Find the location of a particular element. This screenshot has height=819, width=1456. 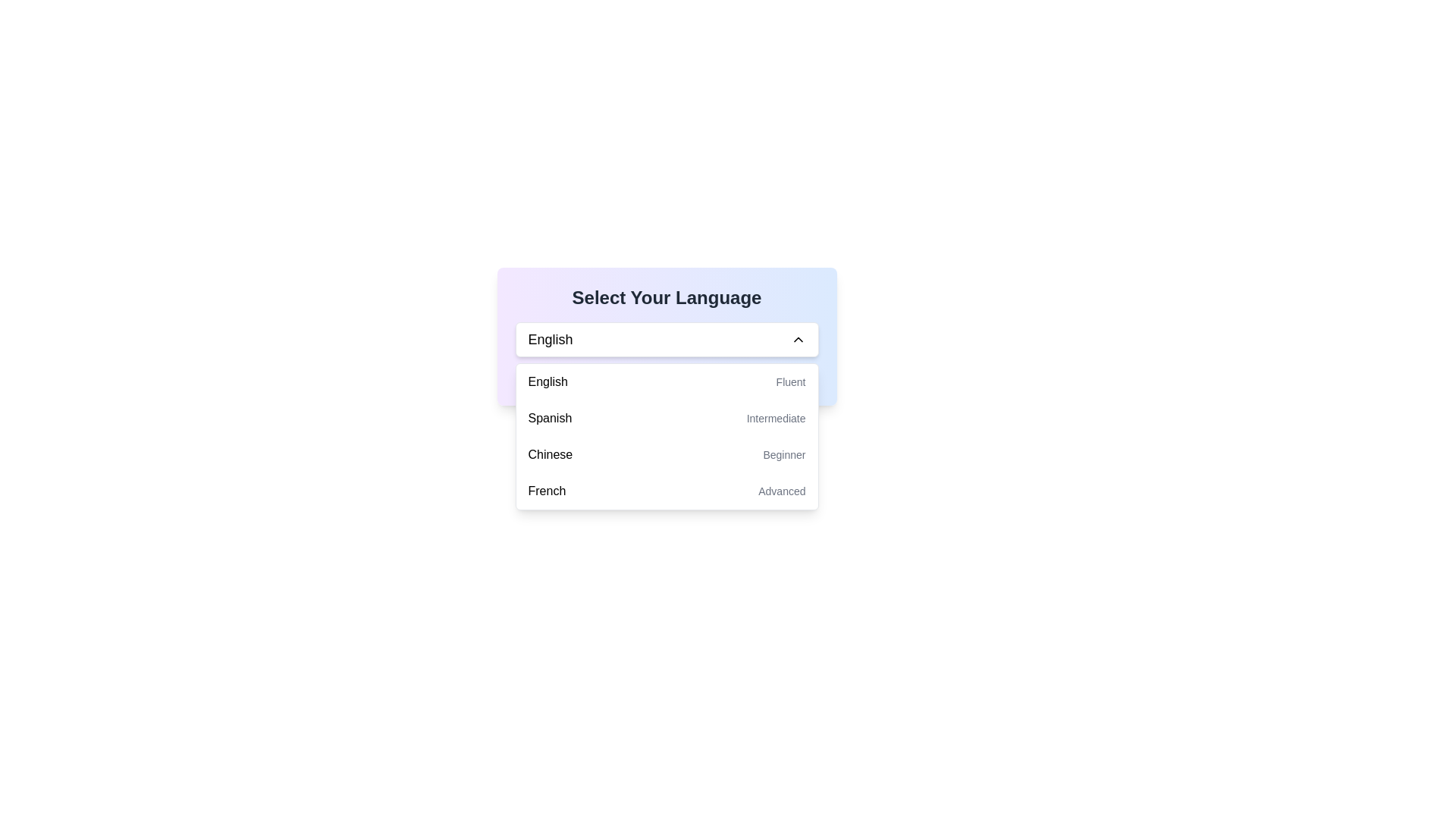

the text label displaying 'English' in bold font style, which is part of the language selector dropdown UI component is located at coordinates (549, 338).